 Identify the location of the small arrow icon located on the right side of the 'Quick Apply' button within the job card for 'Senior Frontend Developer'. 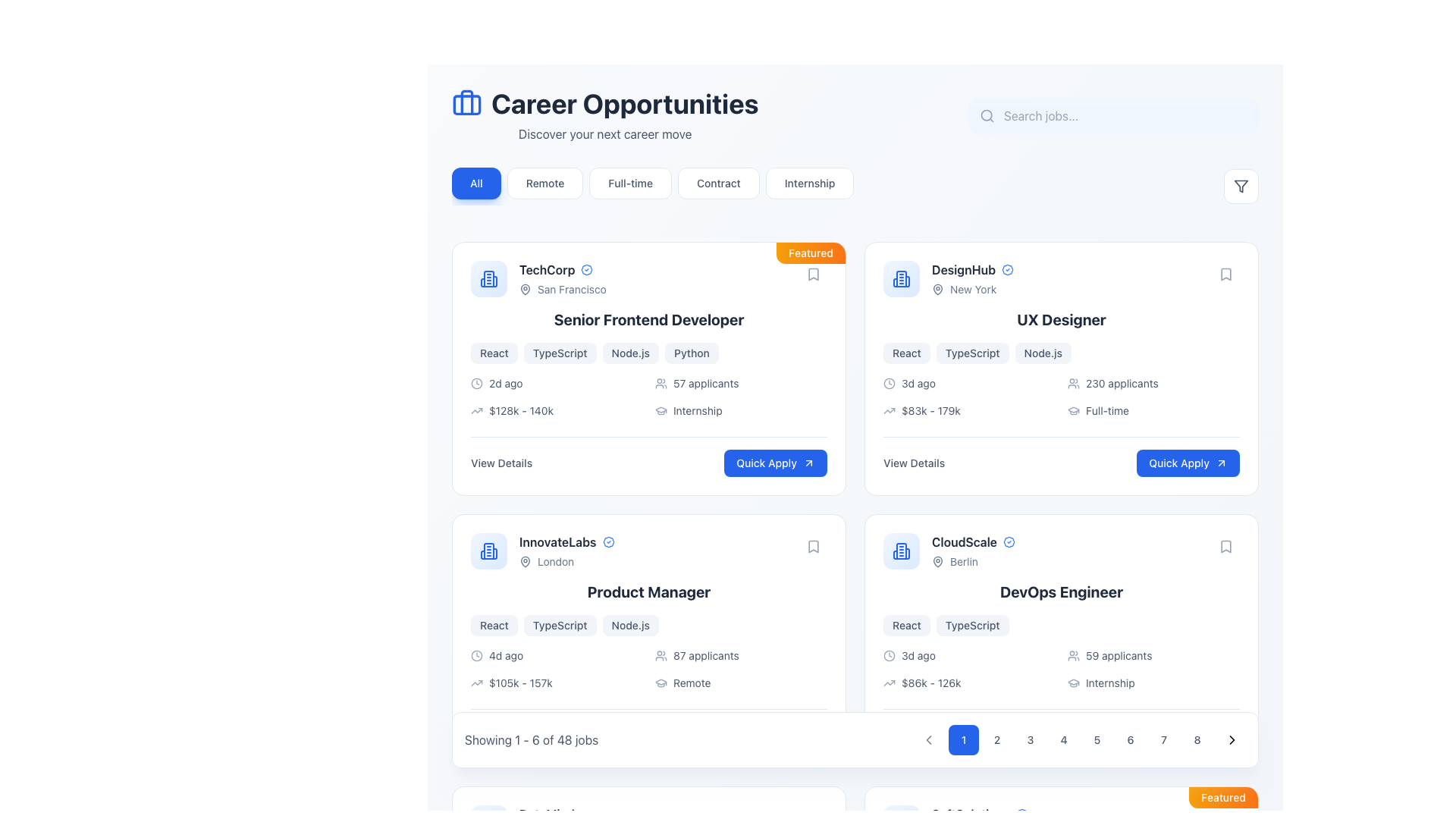
(808, 462).